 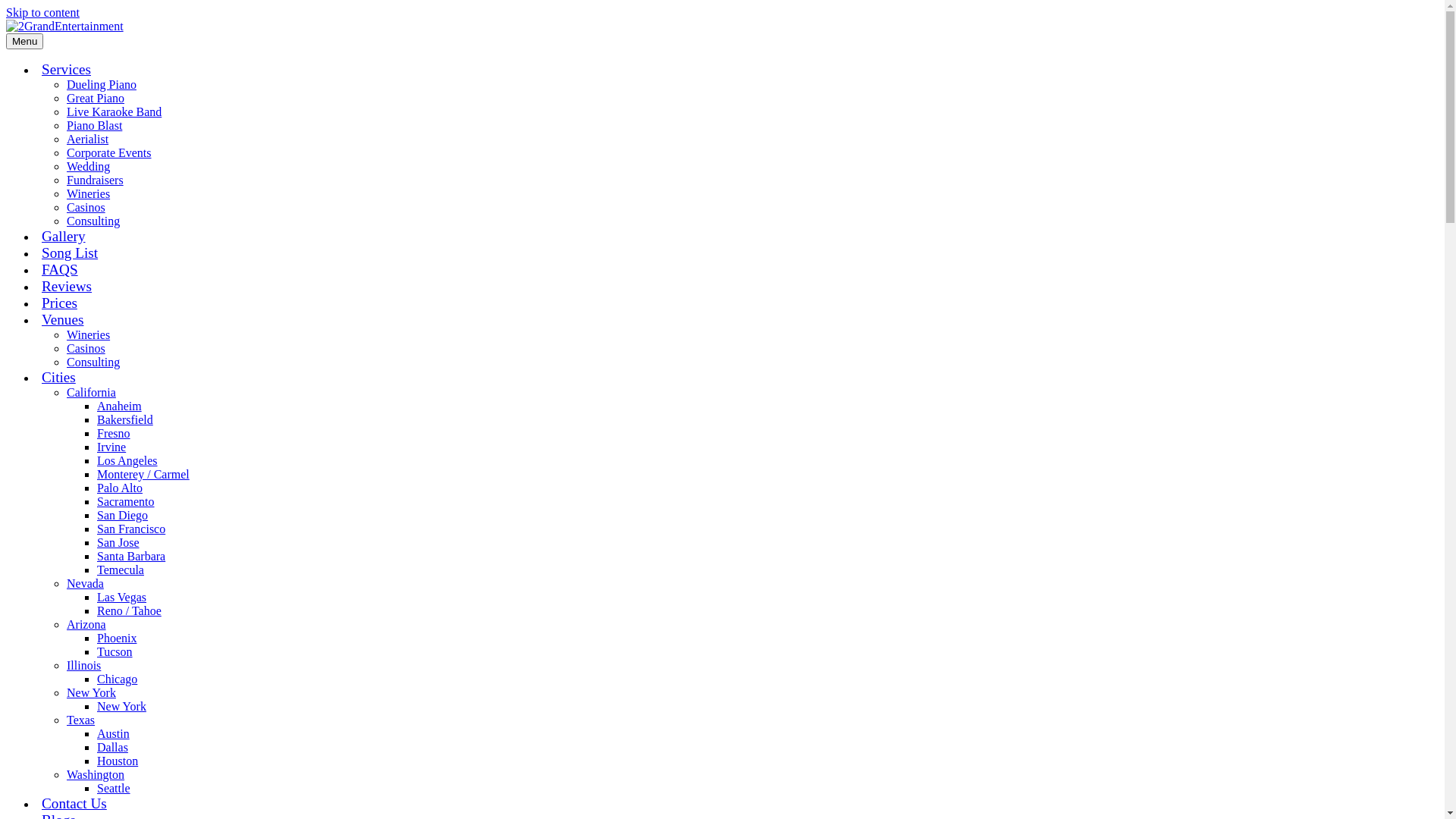 I want to click on 'Song List', so click(x=68, y=252).